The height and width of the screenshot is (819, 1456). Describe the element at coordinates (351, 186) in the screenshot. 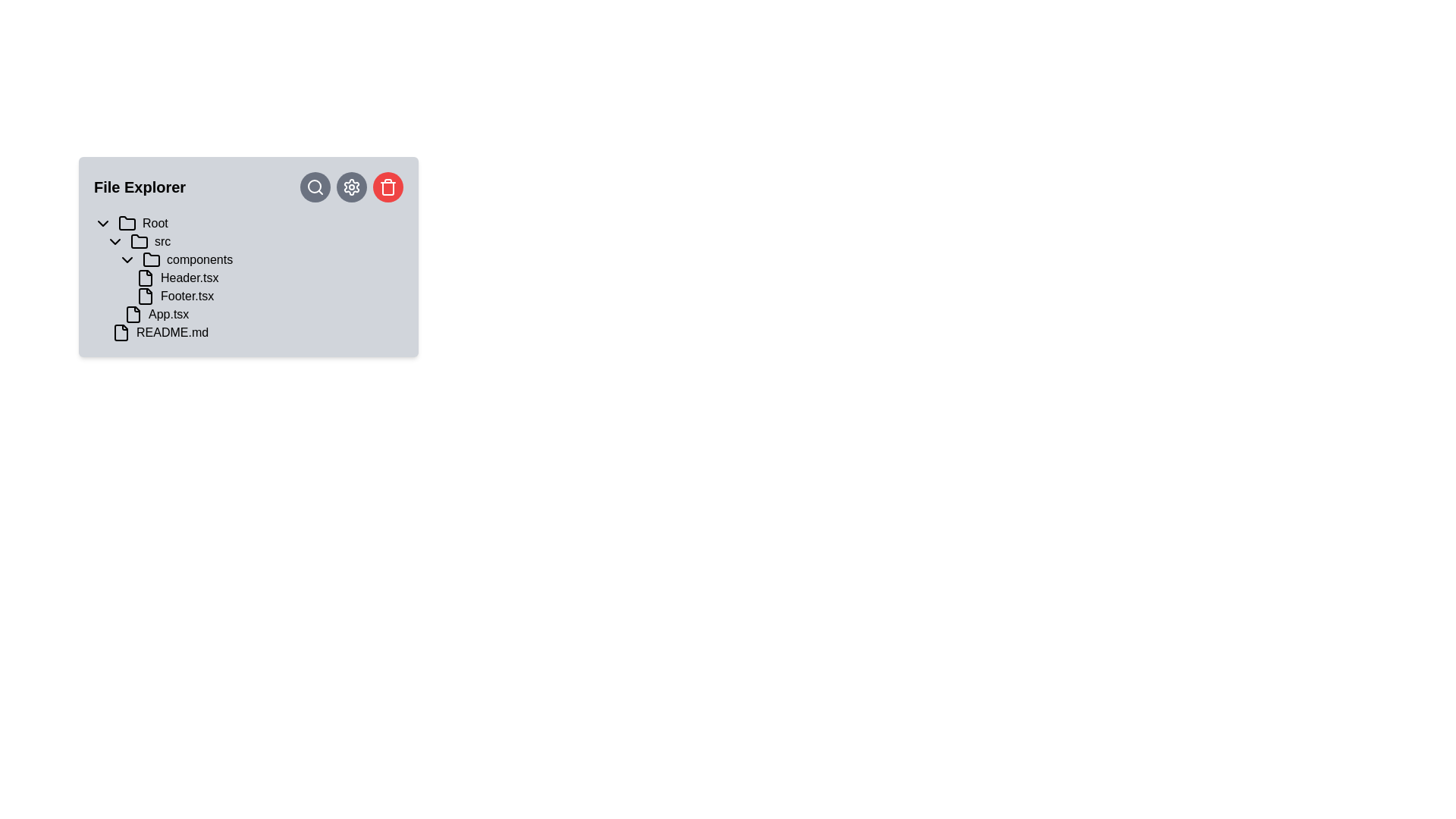

I see `the central gear icon within the circular button` at that location.